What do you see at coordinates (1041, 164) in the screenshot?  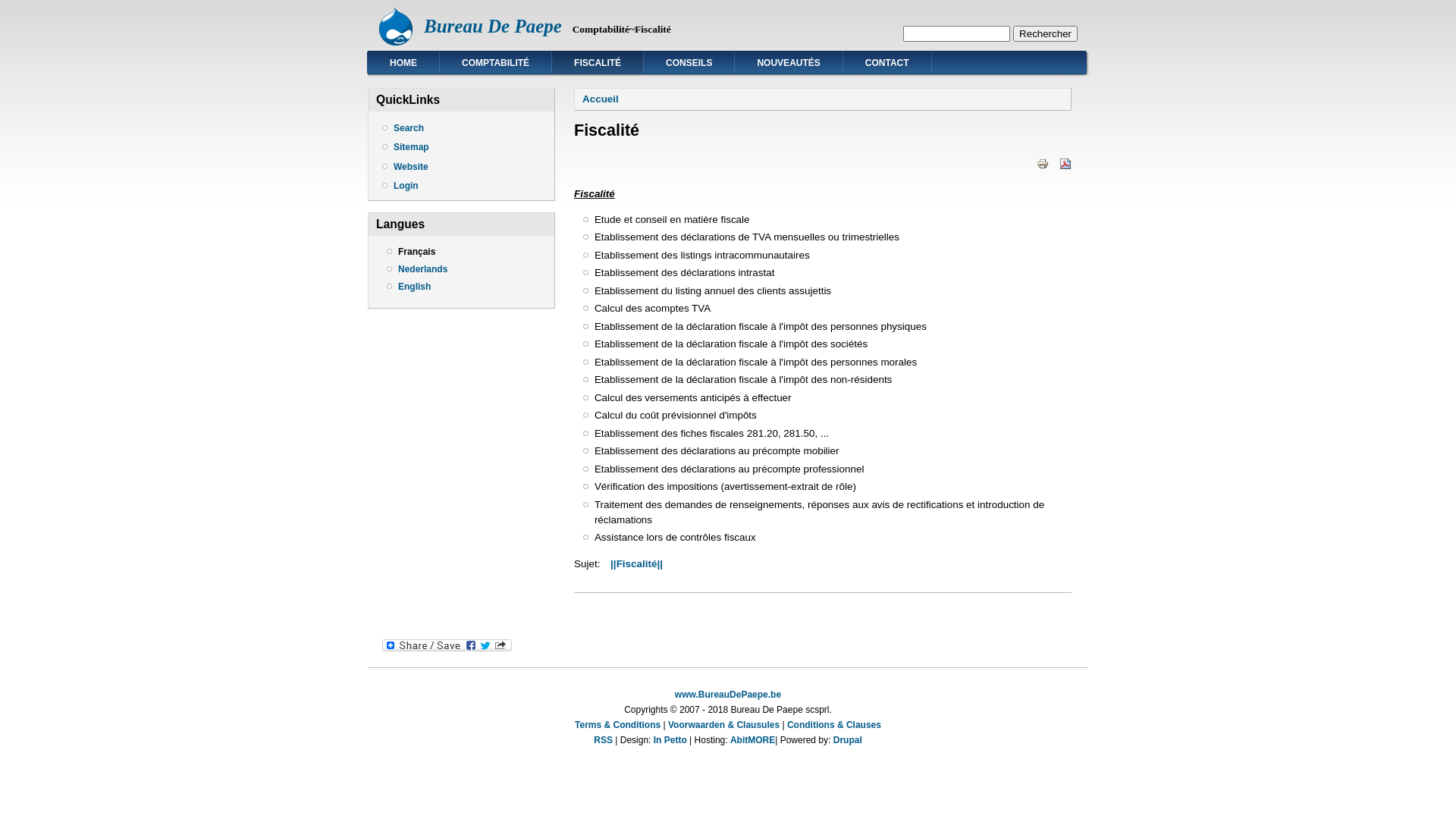 I see `'Version imprimable'` at bounding box center [1041, 164].